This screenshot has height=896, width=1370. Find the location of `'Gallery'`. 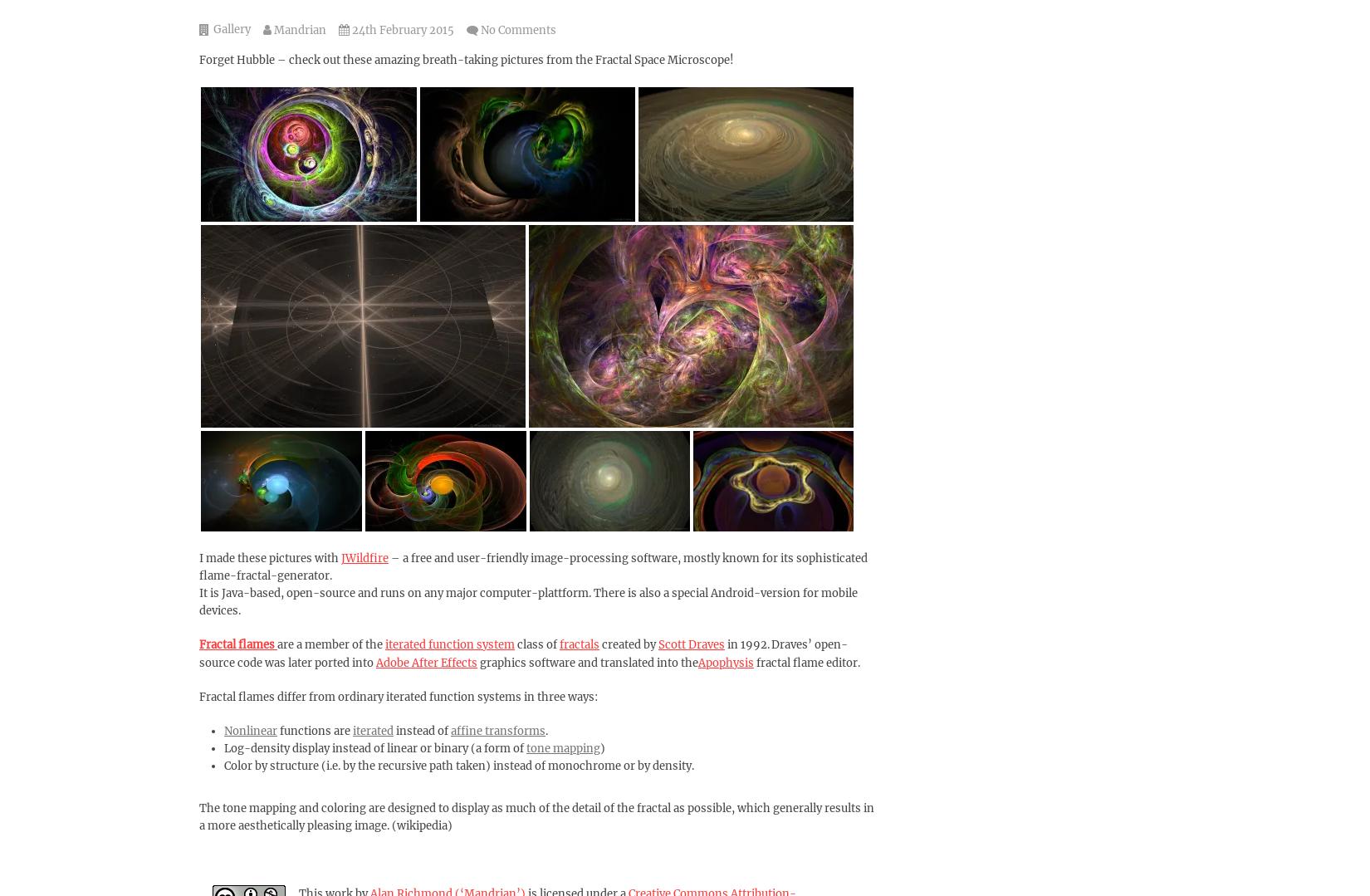

'Gallery' is located at coordinates (232, 29).